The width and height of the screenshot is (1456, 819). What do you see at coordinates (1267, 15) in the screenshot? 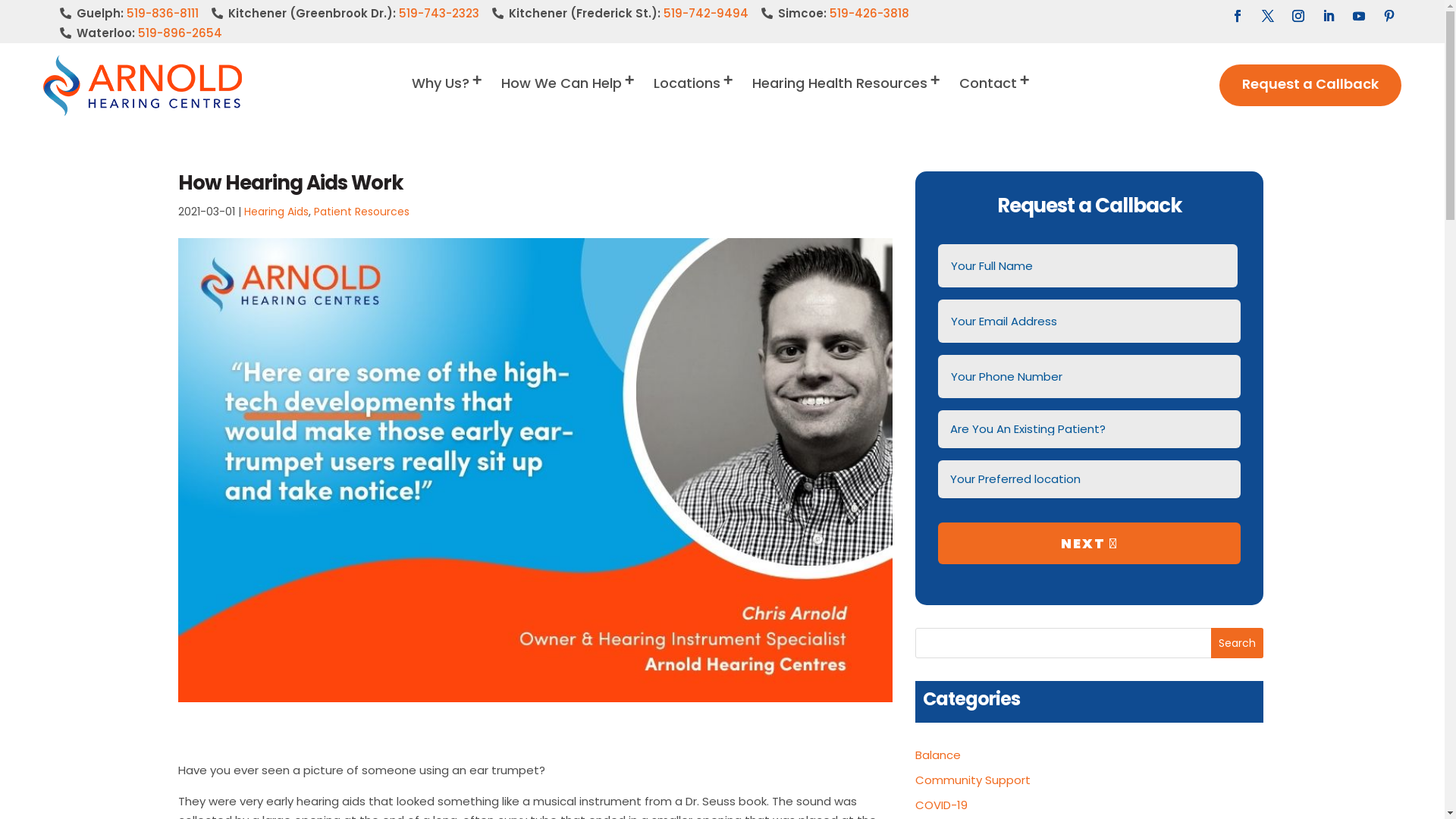
I see `'Follow on X'` at bounding box center [1267, 15].